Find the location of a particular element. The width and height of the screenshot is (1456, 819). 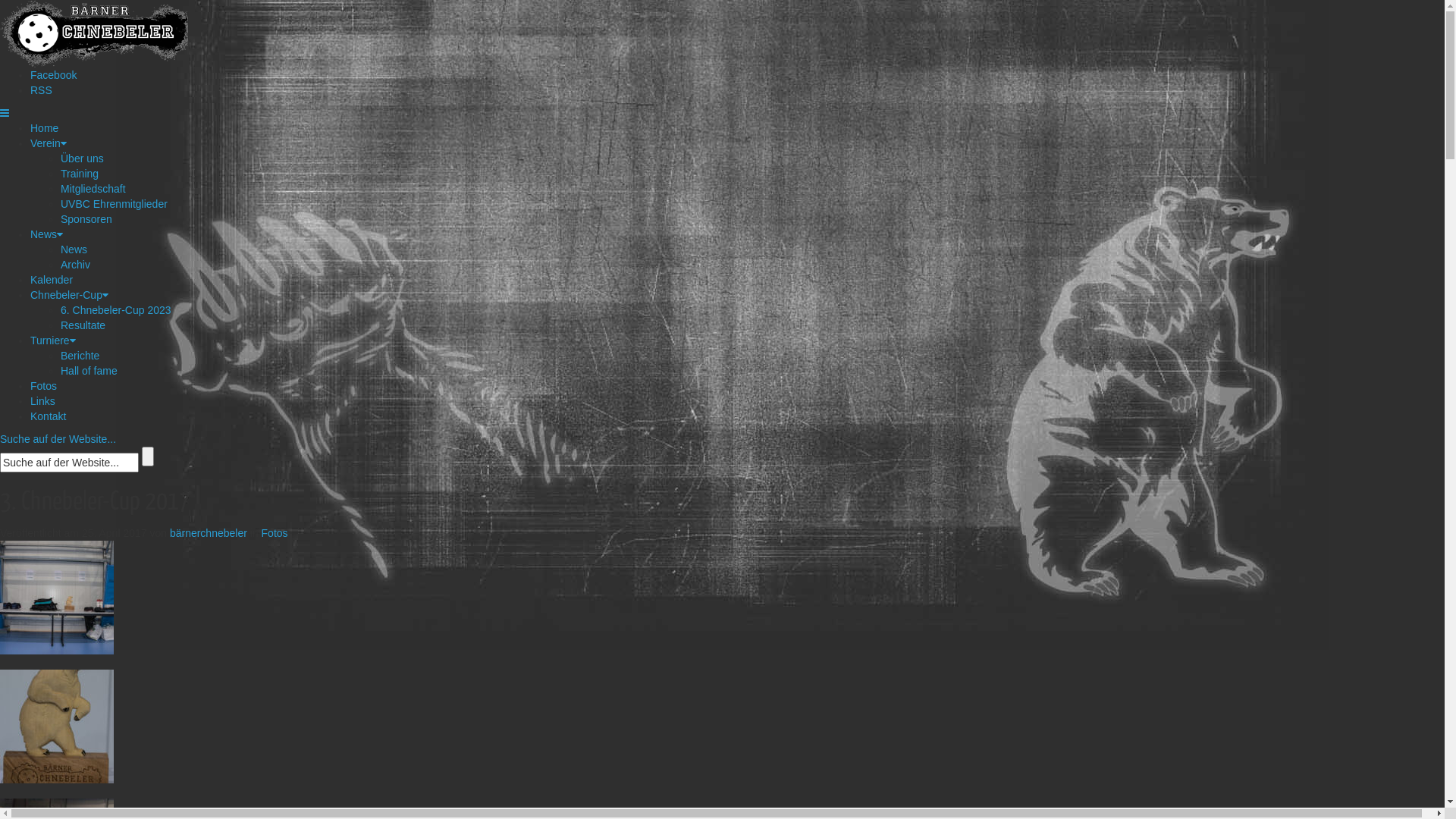

'News' is located at coordinates (46, 234).